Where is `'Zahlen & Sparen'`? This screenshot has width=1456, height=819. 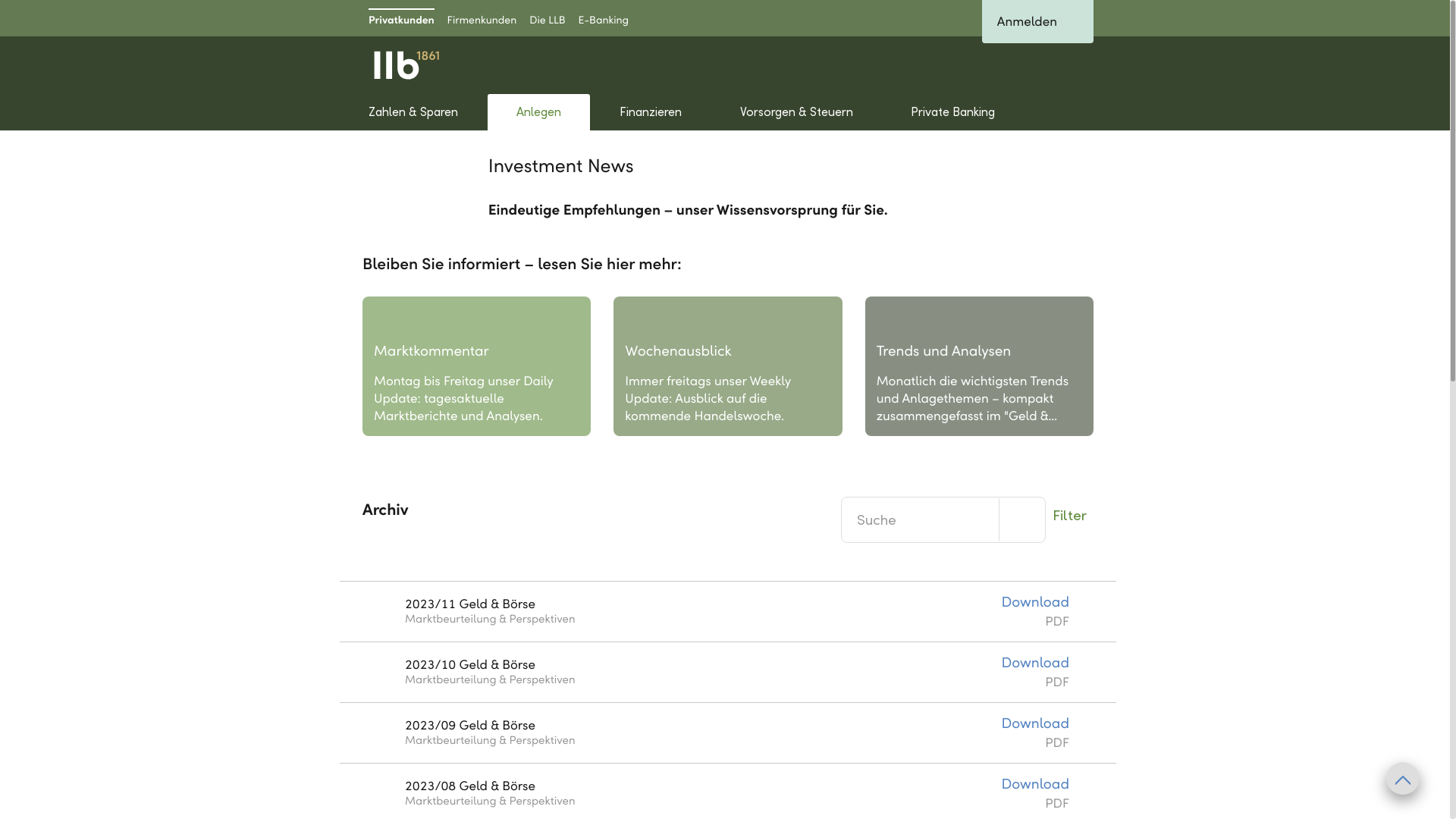
'Zahlen & Sparen' is located at coordinates (413, 111).